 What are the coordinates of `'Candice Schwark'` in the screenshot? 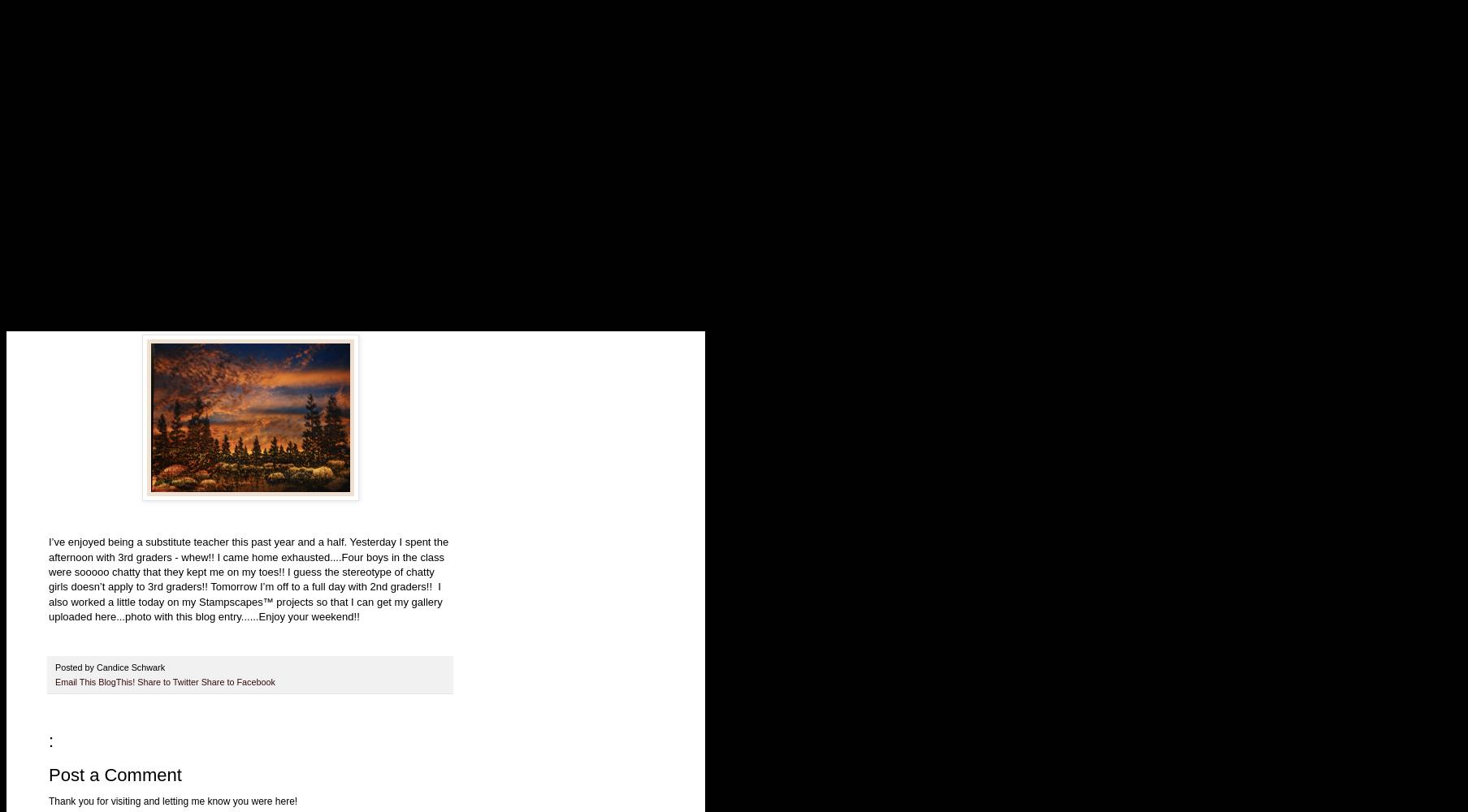 It's located at (132, 667).